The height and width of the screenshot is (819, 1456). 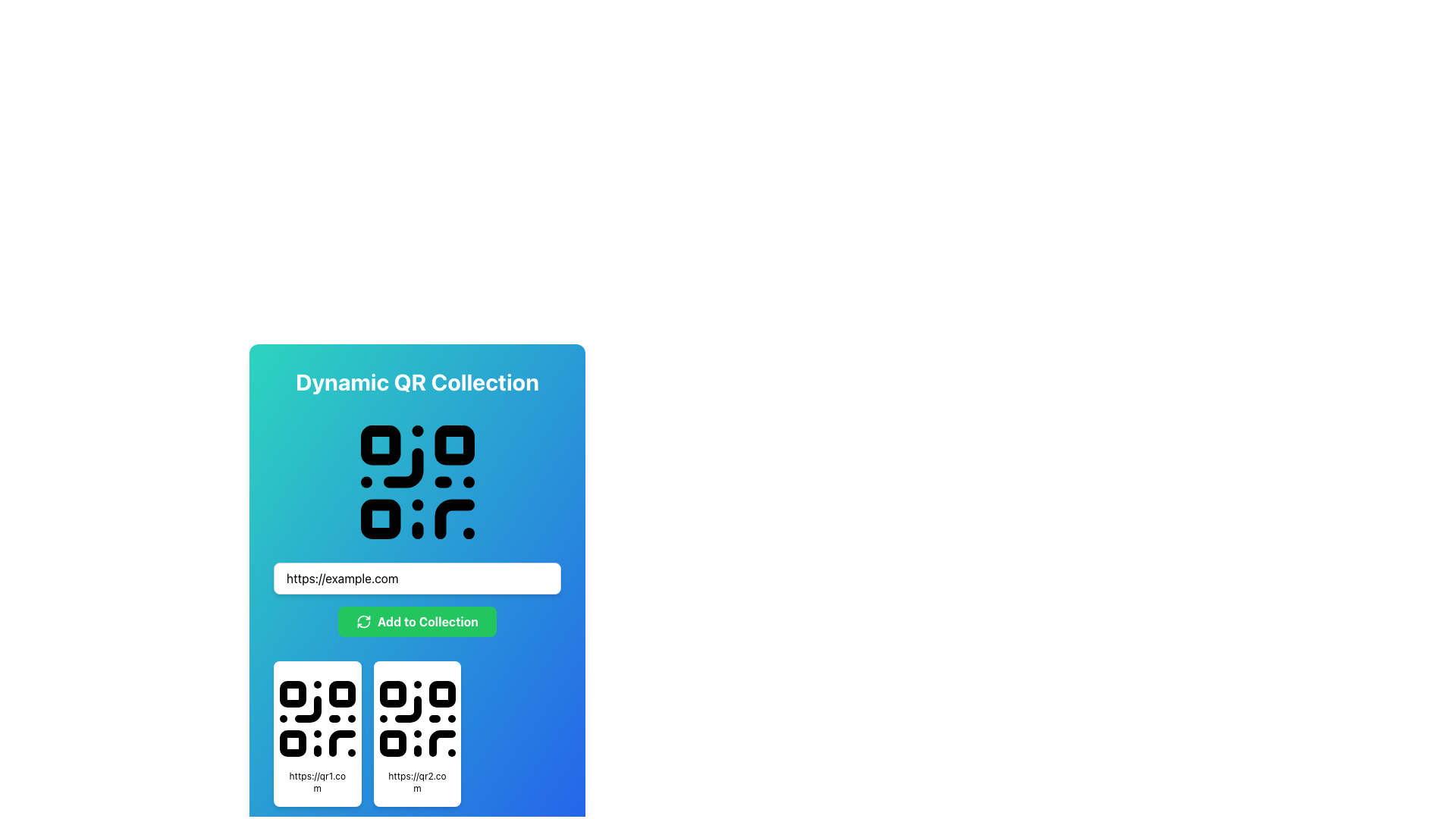 What do you see at coordinates (316, 783) in the screenshot?
I see `the text label displaying the URL 'https://qr1.com', which is styled with a small font size and positioned in the lower region of a card-like component` at bounding box center [316, 783].